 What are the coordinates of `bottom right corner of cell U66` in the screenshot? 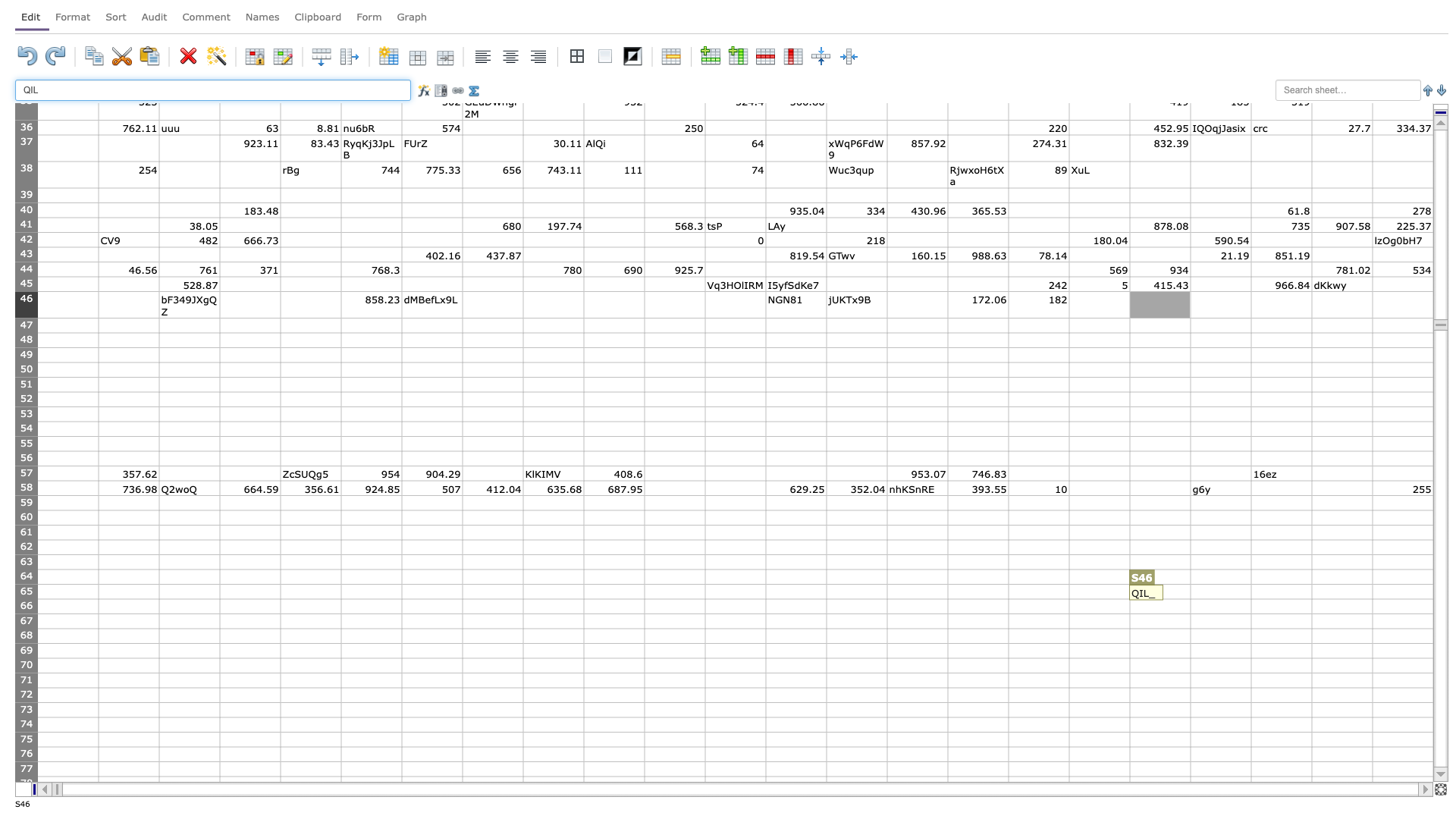 It's located at (1310, 613).